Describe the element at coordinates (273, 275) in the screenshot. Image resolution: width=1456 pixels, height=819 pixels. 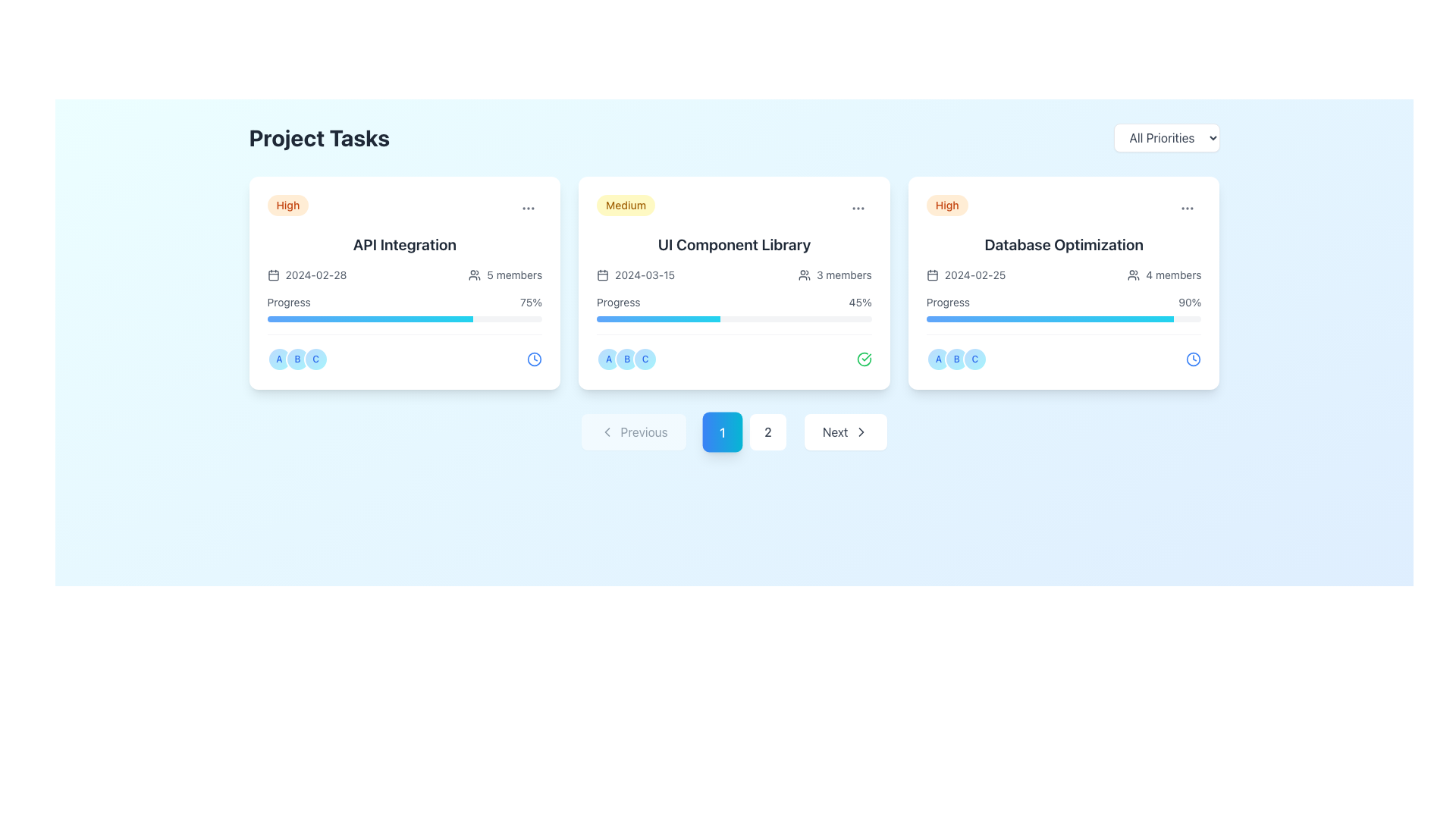
I see `the small calendar icon with a layered design located beside the text '2024-02-28' in the card titled 'API Integration'` at that location.